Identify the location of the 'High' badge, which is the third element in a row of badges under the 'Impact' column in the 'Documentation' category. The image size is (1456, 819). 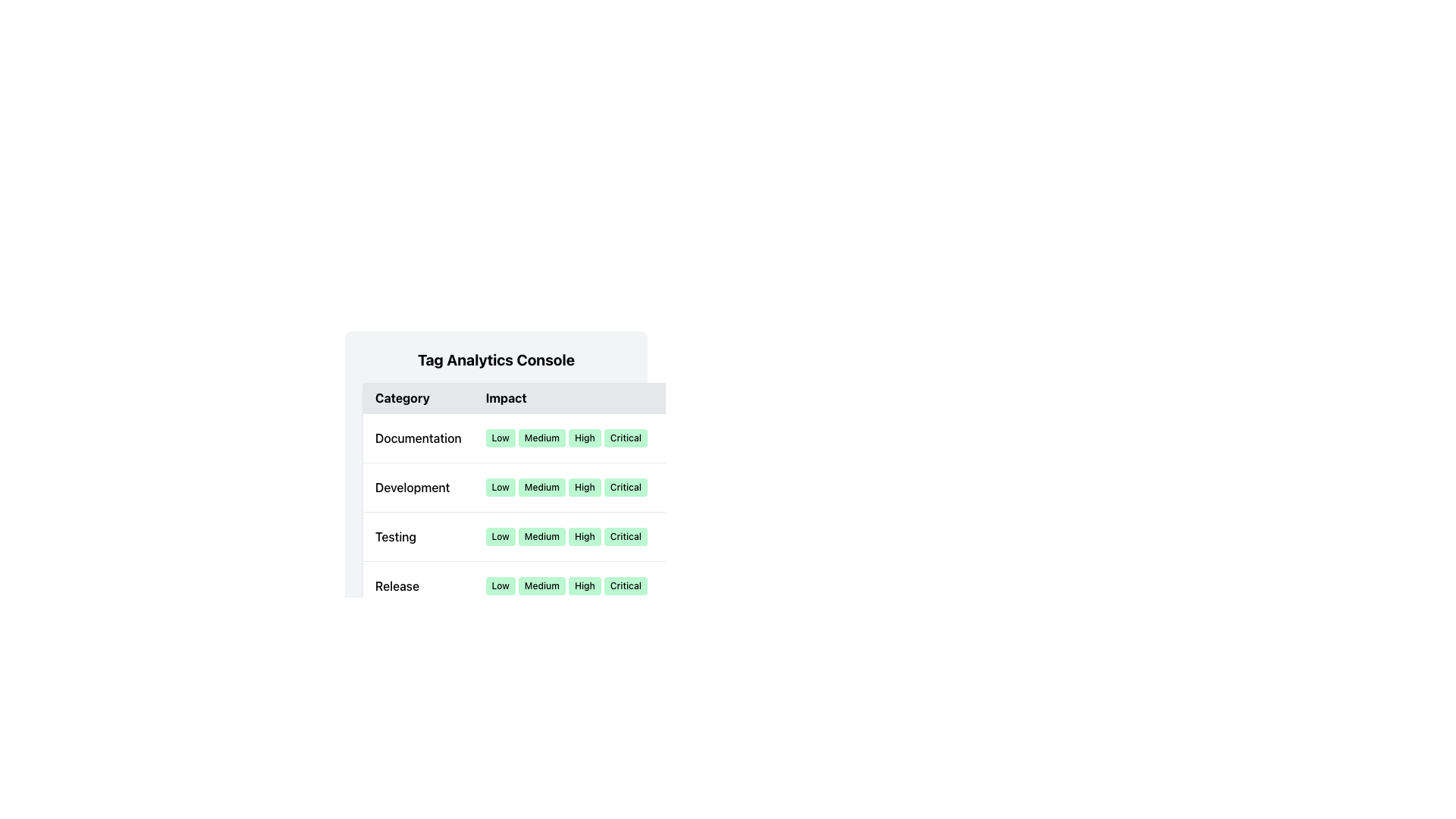
(584, 438).